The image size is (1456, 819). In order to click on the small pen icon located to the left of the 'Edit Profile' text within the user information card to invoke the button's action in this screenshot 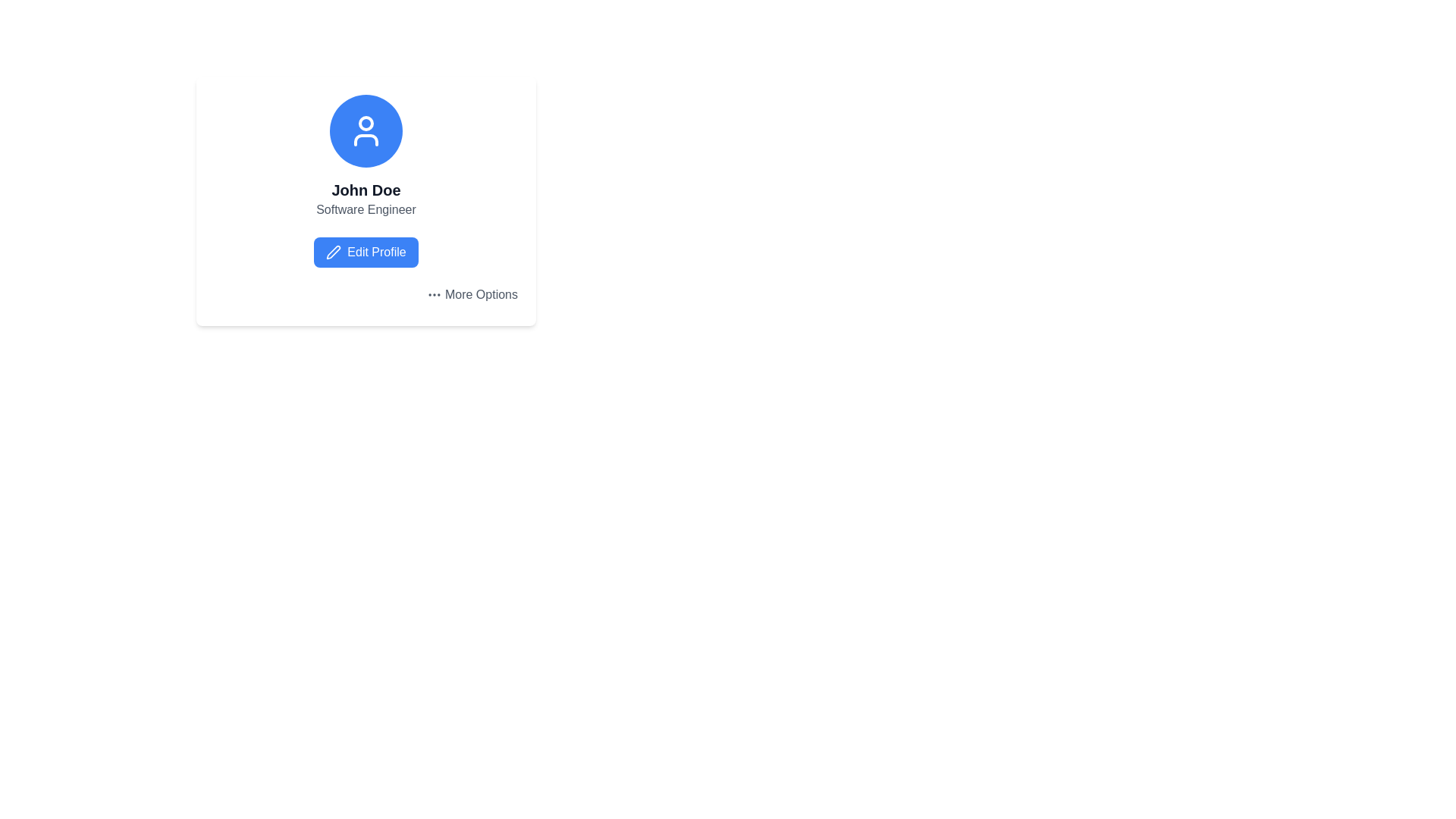, I will do `click(333, 251)`.